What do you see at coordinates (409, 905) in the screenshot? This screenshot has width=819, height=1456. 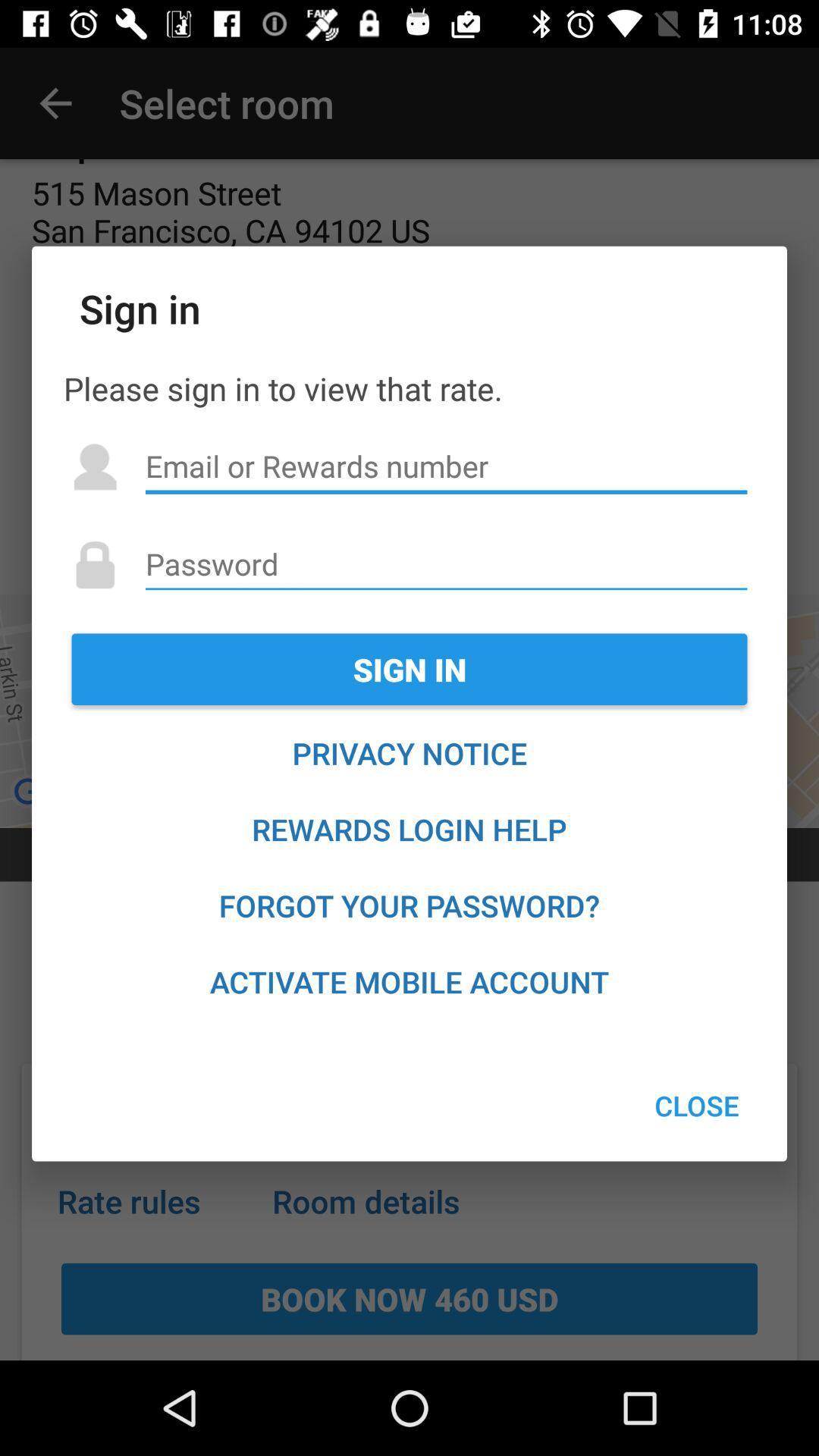 I see `the item above the activate mobile account` at bounding box center [409, 905].